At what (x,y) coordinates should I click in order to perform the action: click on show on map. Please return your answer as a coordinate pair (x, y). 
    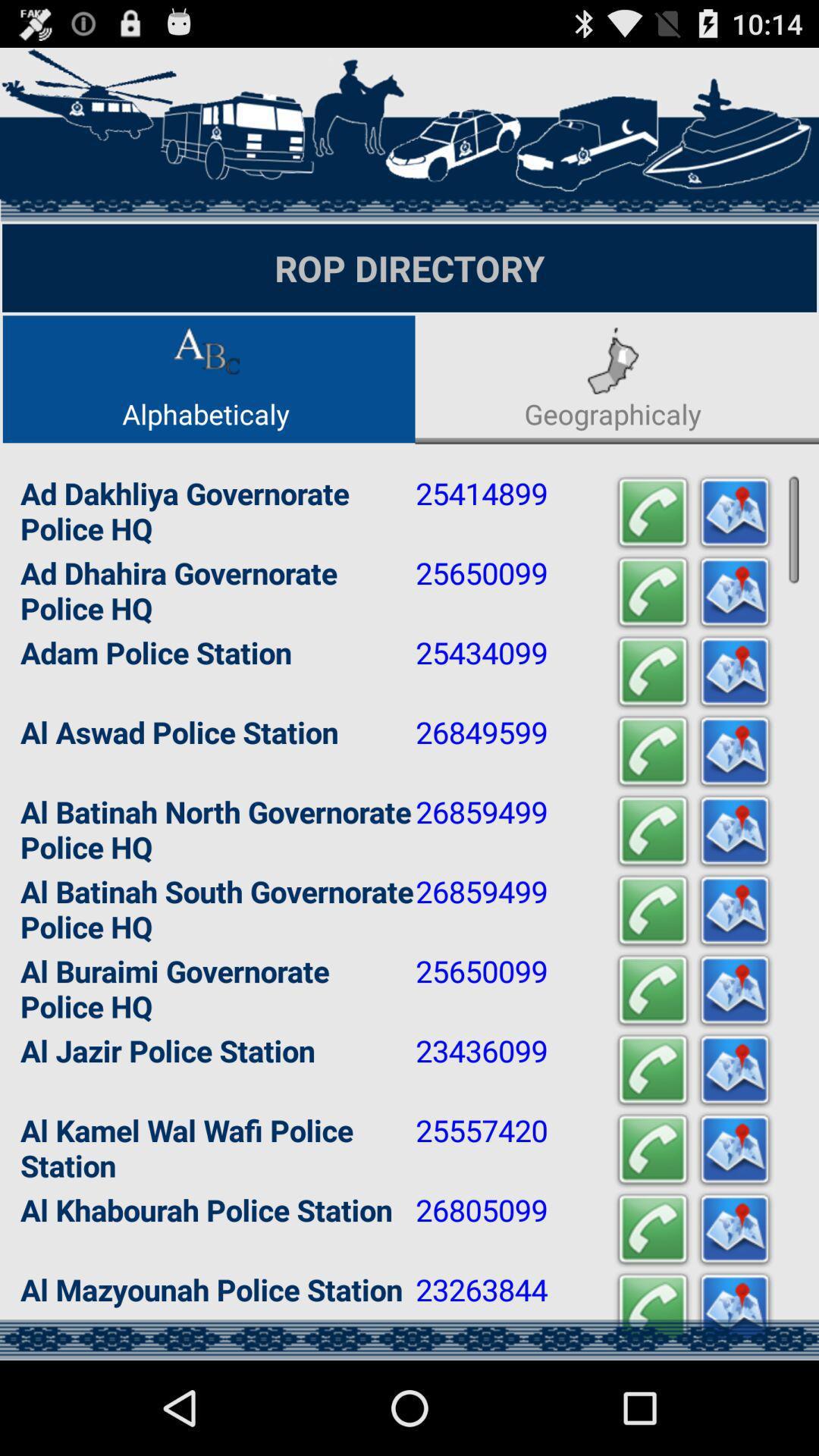
    Looking at the image, I should click on (733, 671).